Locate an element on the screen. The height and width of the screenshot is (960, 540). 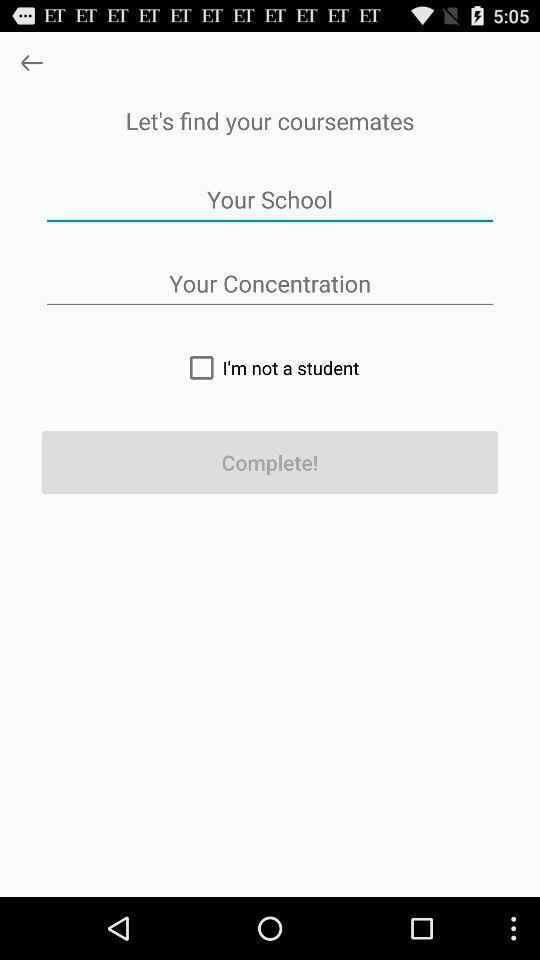
checkbox below i m not is located at coordinates (270, 462).